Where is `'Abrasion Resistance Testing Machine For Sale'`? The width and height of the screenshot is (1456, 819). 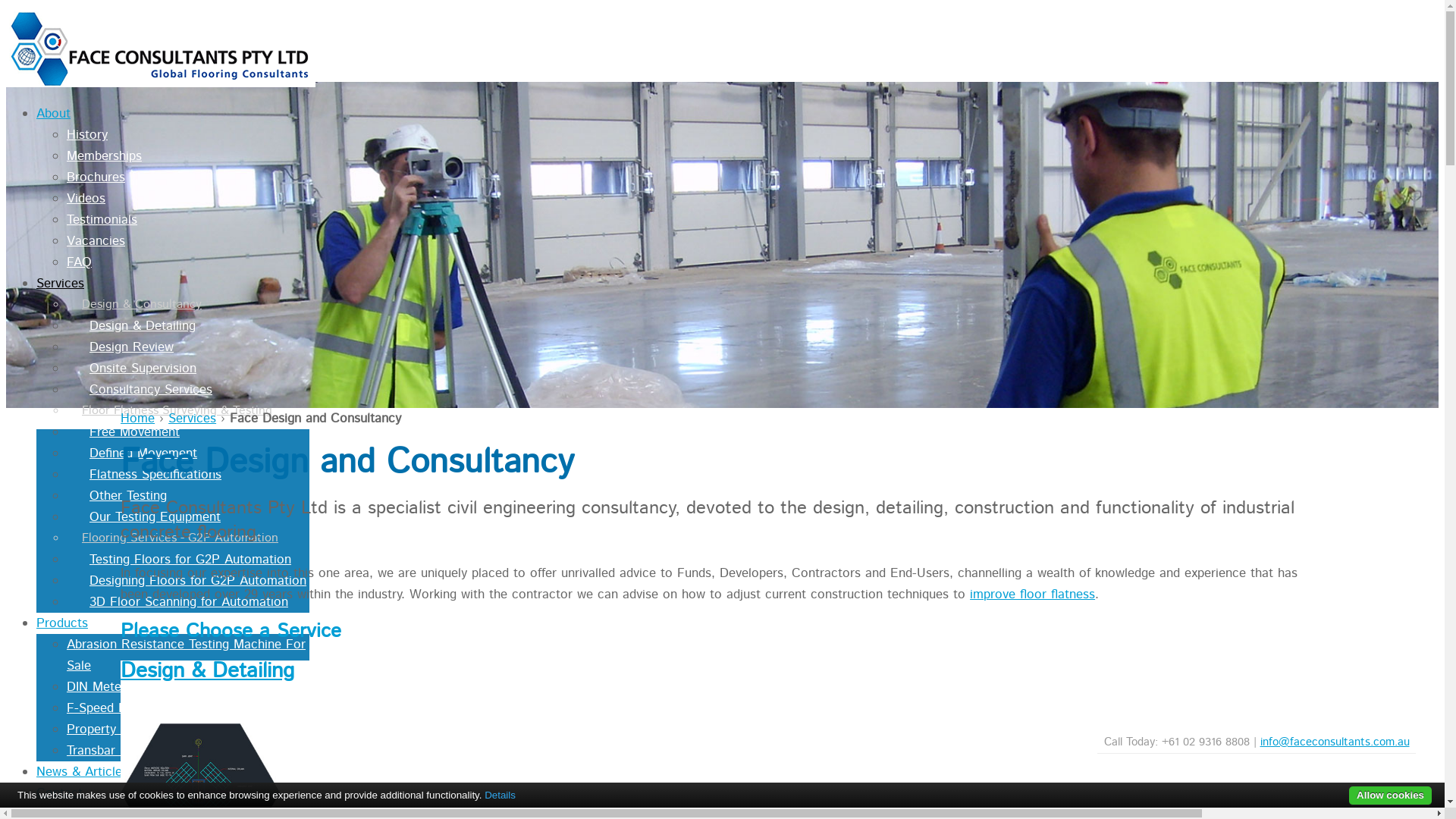 'Abrasion Resistance Testing Machine For Sale' is located at coordinates (185, 654).